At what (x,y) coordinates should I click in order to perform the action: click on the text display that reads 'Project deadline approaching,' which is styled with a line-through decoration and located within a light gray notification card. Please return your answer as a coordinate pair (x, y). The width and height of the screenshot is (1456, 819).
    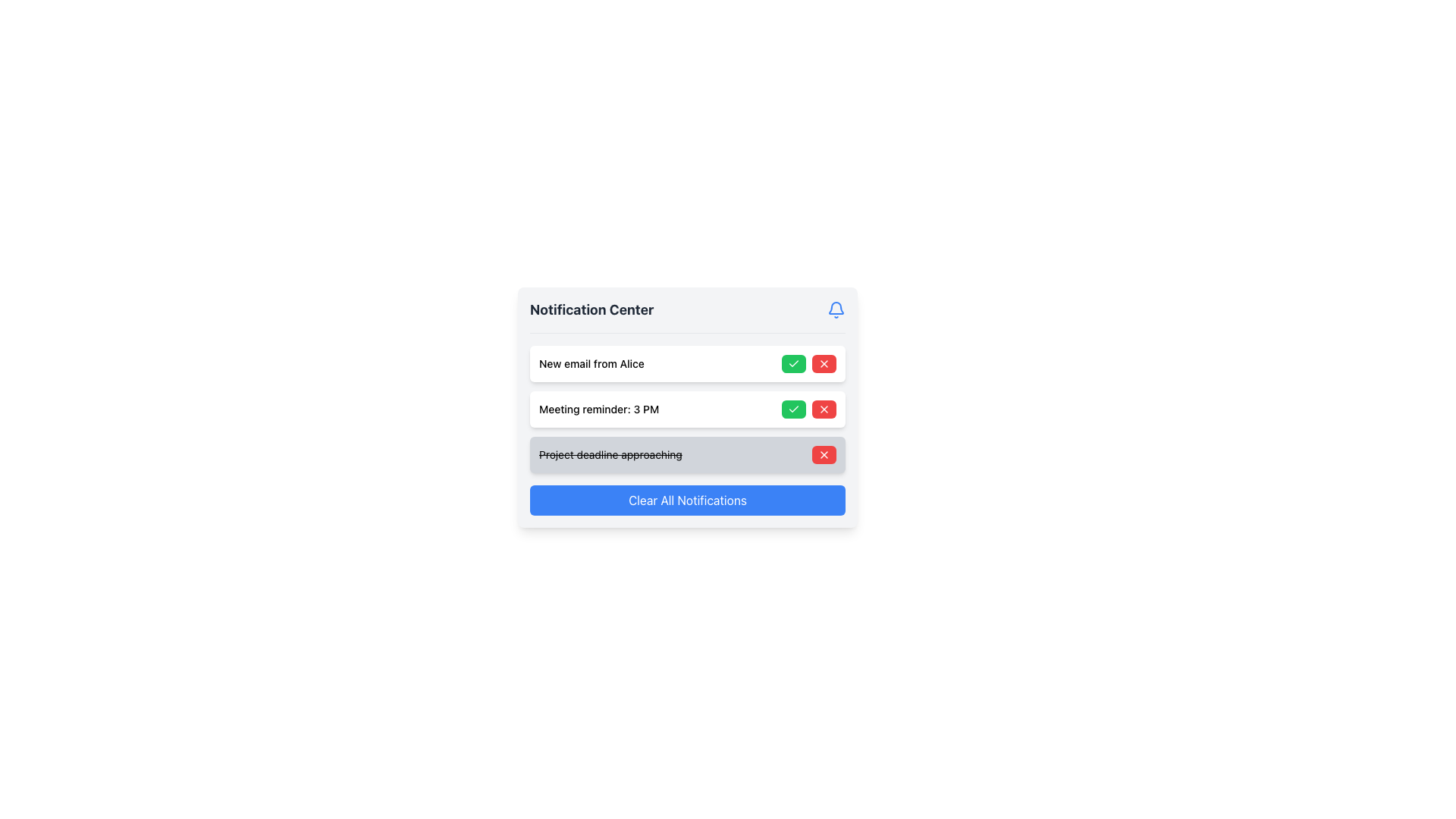
    Looking at the image, I should click on (610, 454).